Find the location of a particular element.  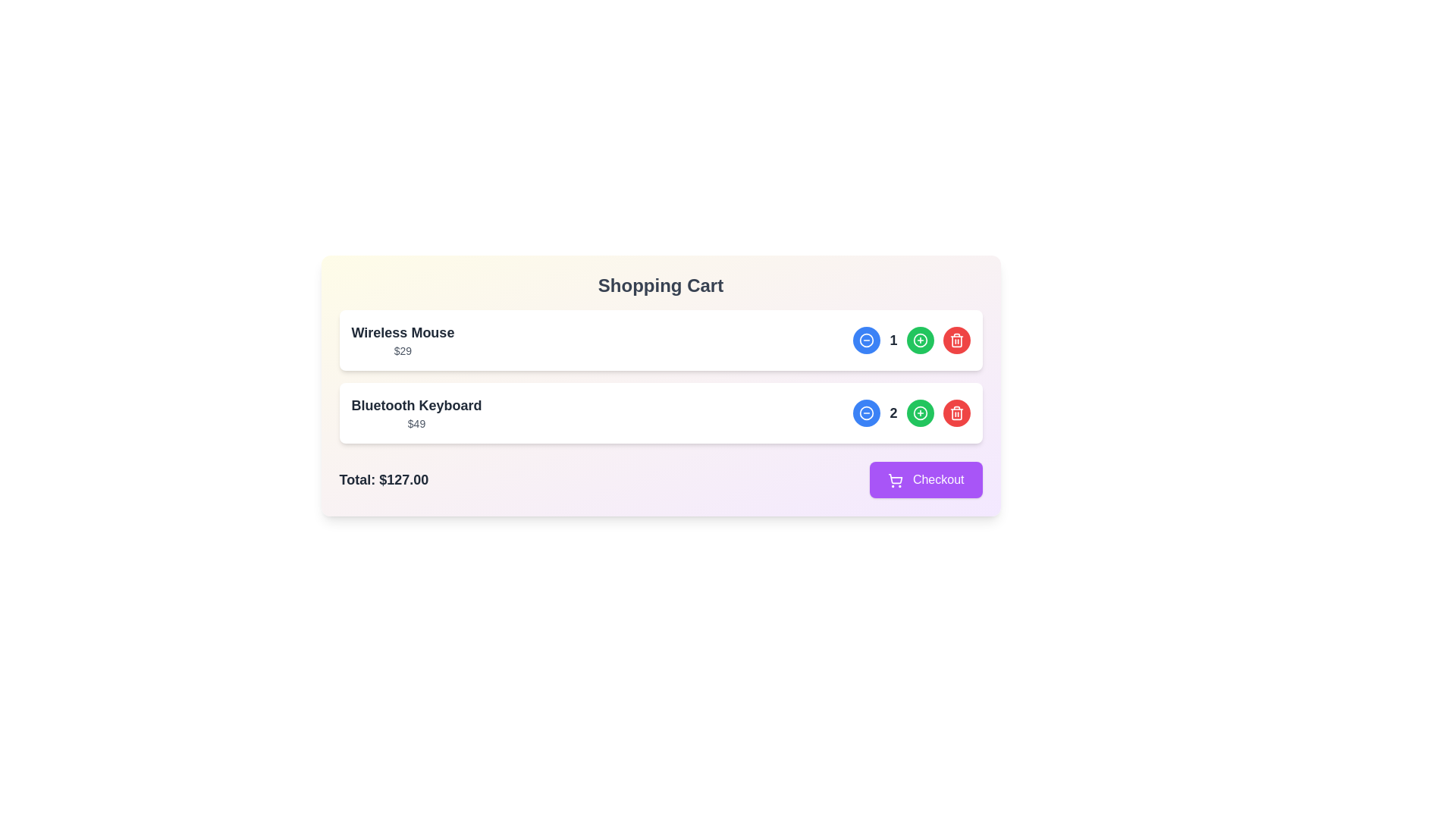

the circular button with a trash can icon, which has a red background and is located to the right of the green add button and the blue decrement button in the shopping cart is located at coordinates (955, 339).